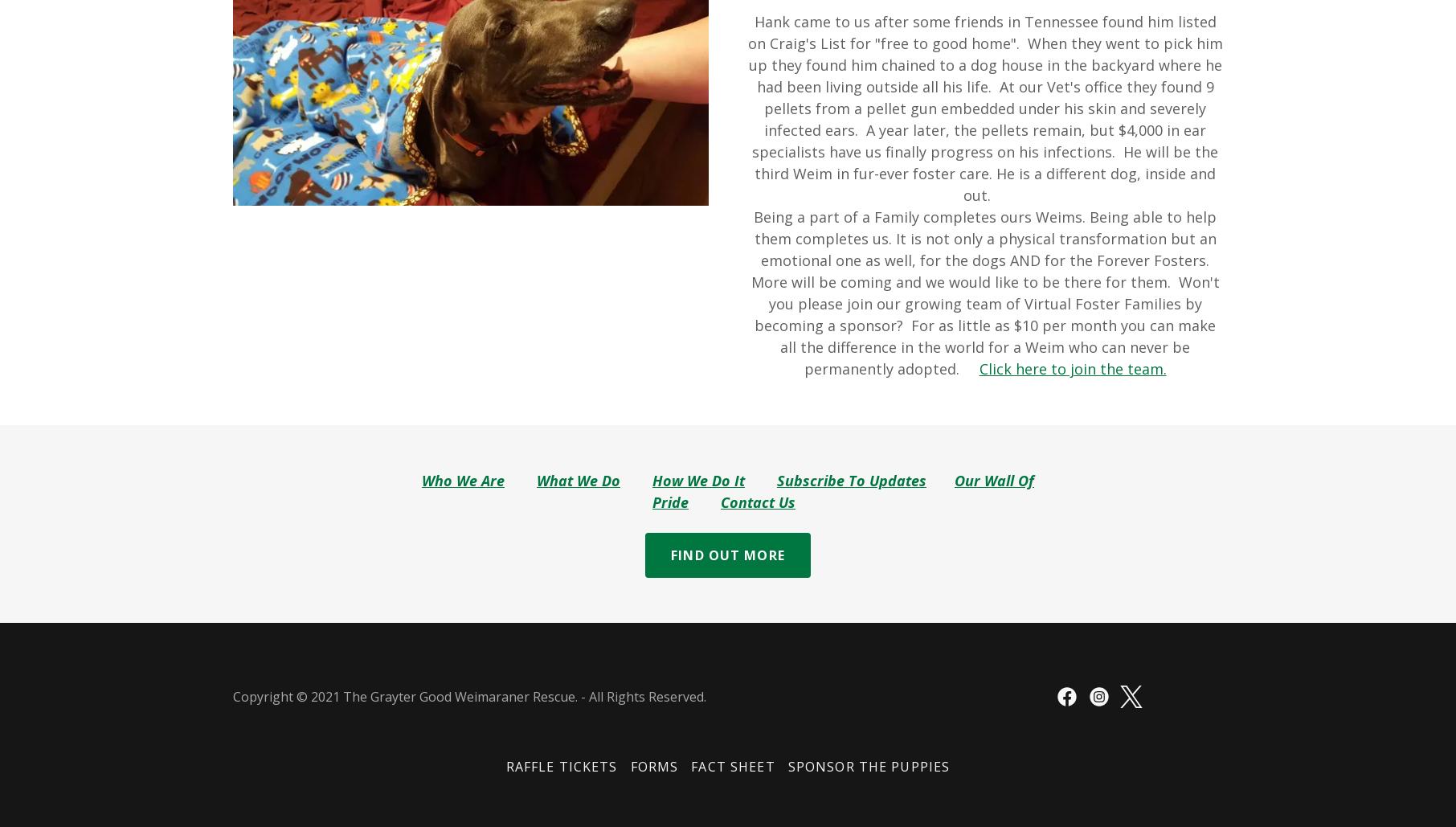 The height and width of the screenshot is (827, 1456). Describe the element at coordinates (732, 766) in the screenshot. I see `'Fact Sheet'` at that location.